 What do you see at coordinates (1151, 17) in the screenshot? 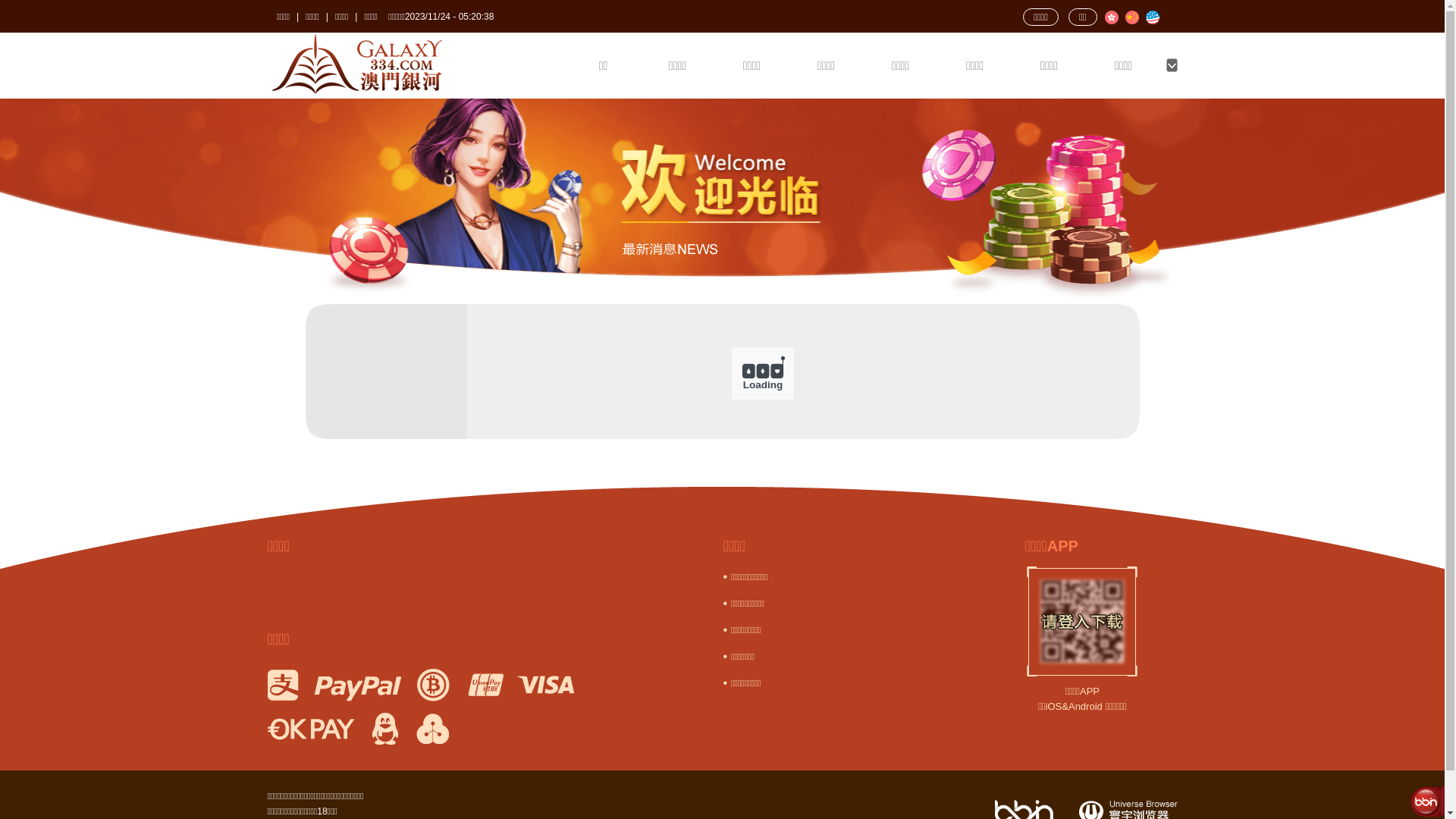
I see `'English'` at bounding box center [1151, 17].